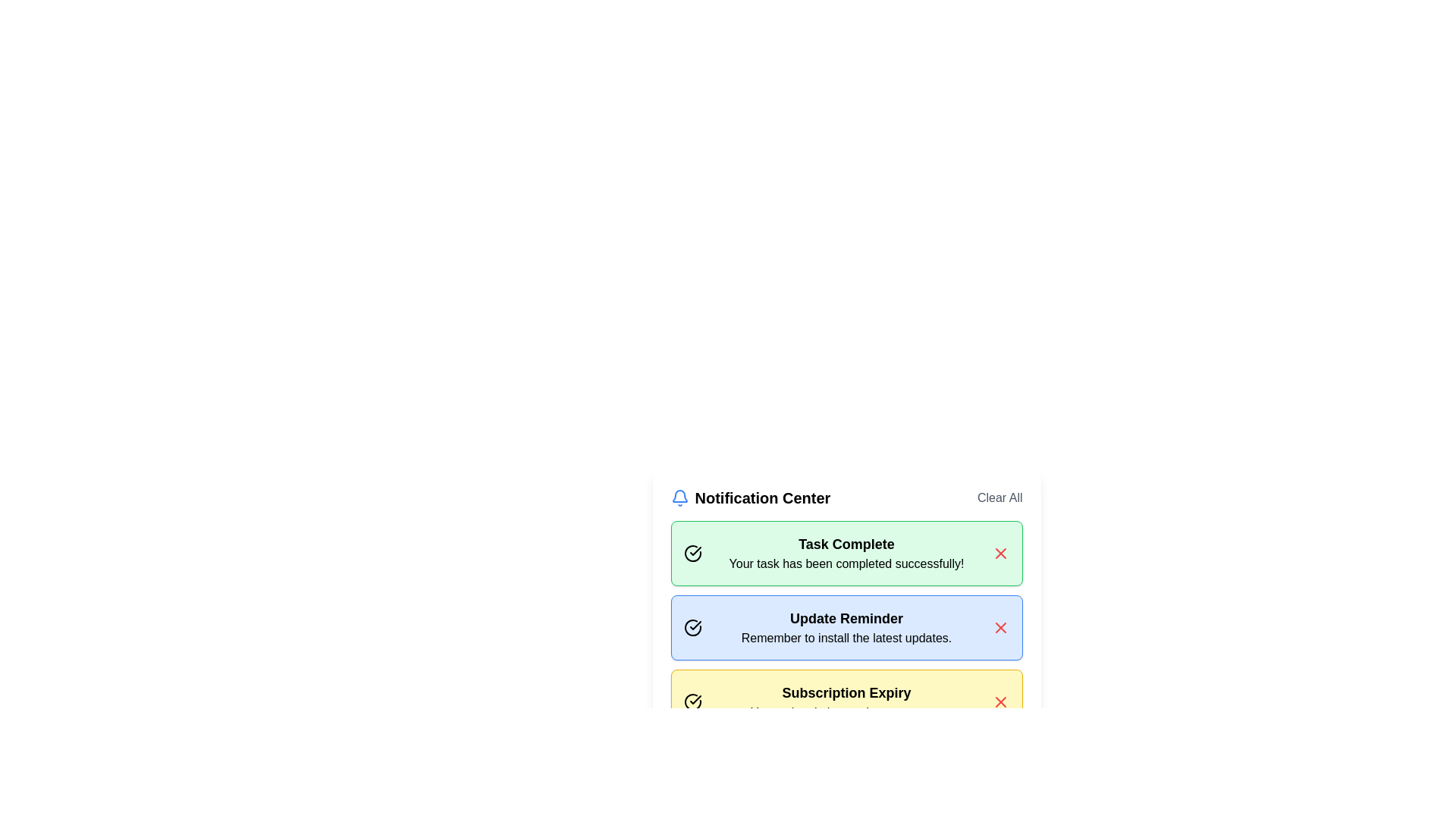 This screenshot has height=819, width=1456. Describe the element at coordinates (1000, 553) in the screenshot. I see `the red circular button with an 'X' icon in the top-right corner of the 'Task Complete' notification card` at that location.